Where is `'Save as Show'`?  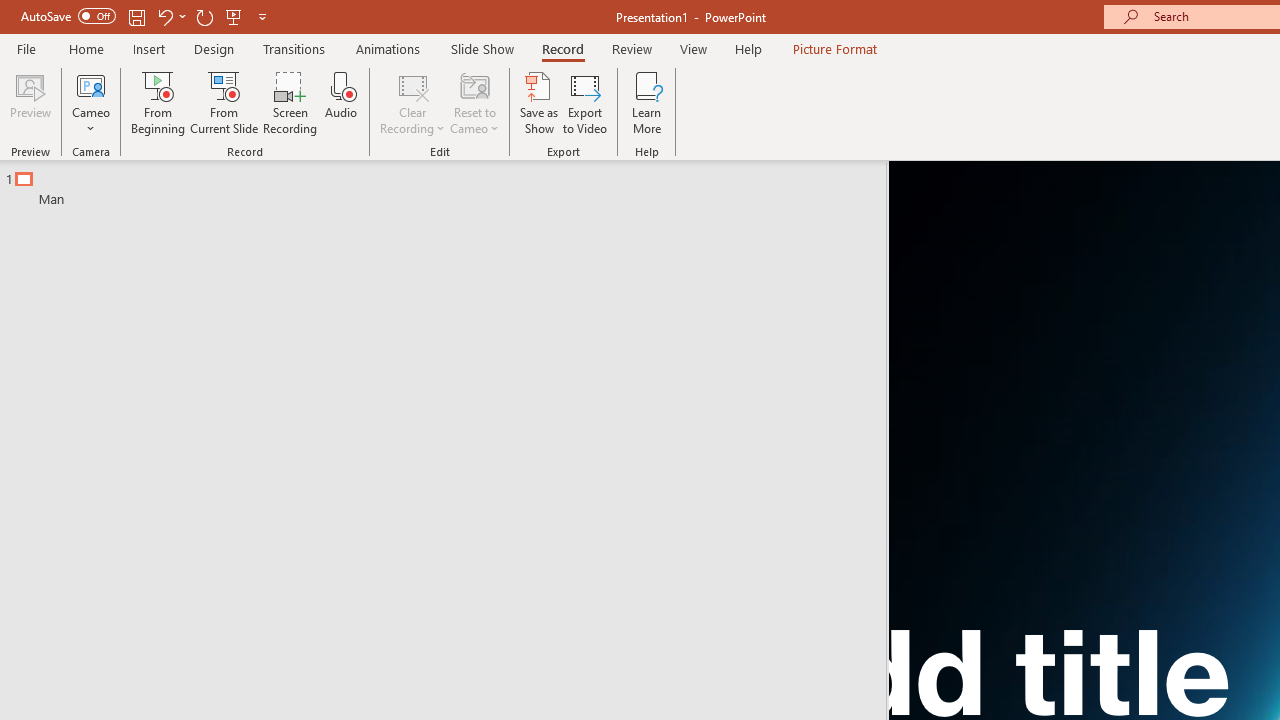 'Save as Show' is located at coordinates (539, 103).